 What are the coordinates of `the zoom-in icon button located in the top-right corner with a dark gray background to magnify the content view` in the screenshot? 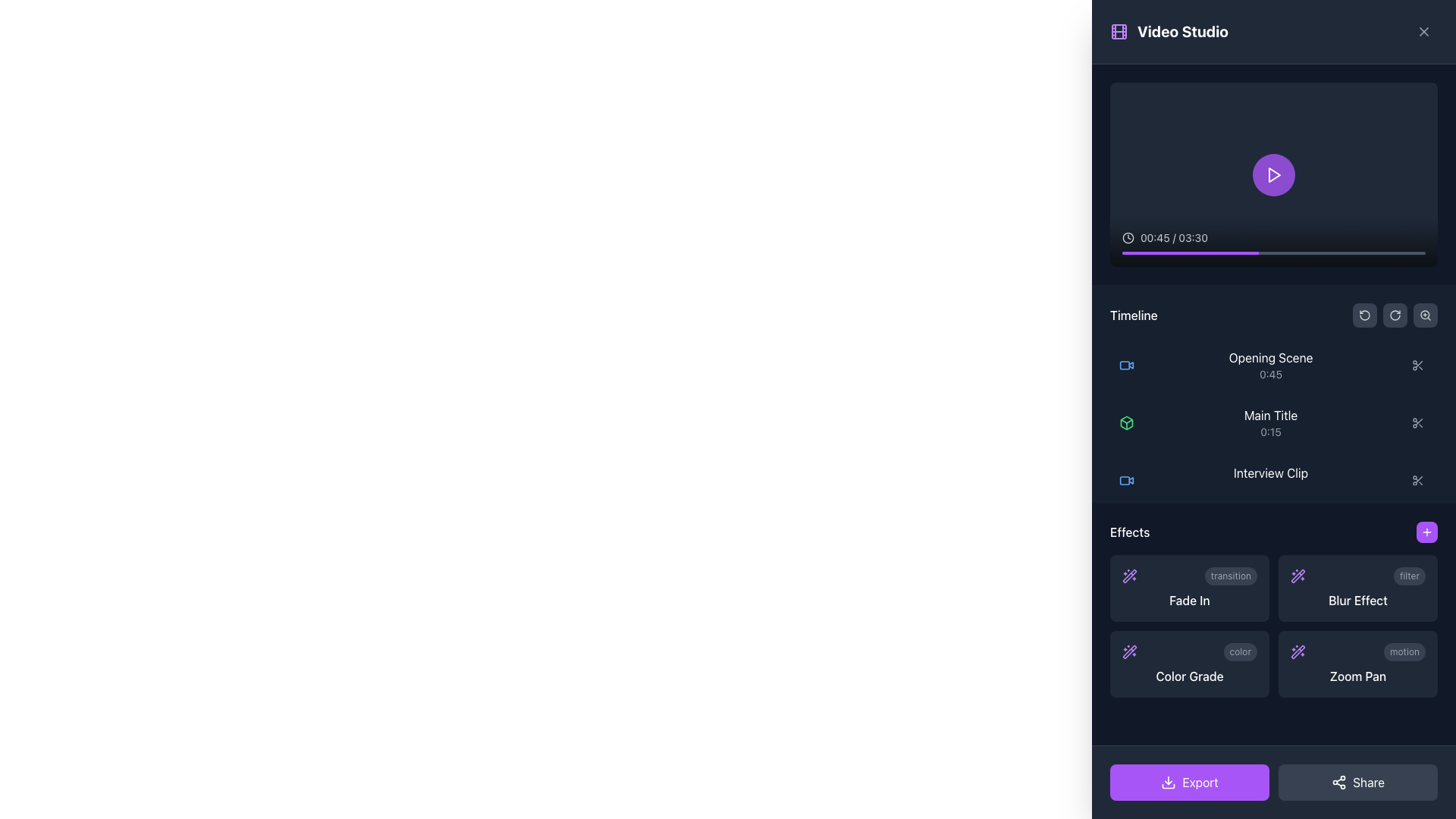 It's located at (1425, 315).